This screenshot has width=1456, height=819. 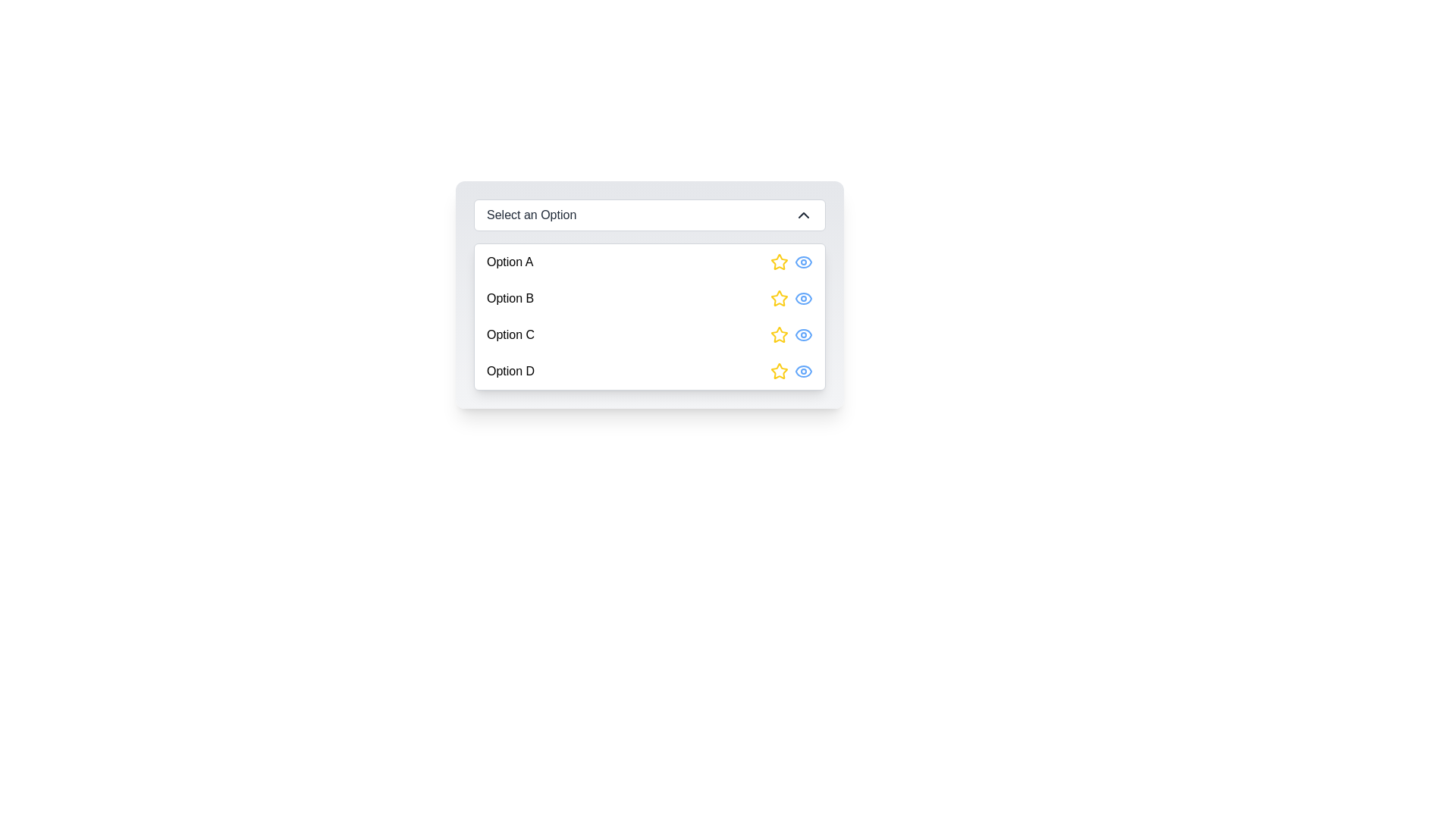 What do you see at coordinates (803, 334) in the screenshot?
I see `the 'view' icon button located beside the label 'Option C'` at bounding box center [803, 334].